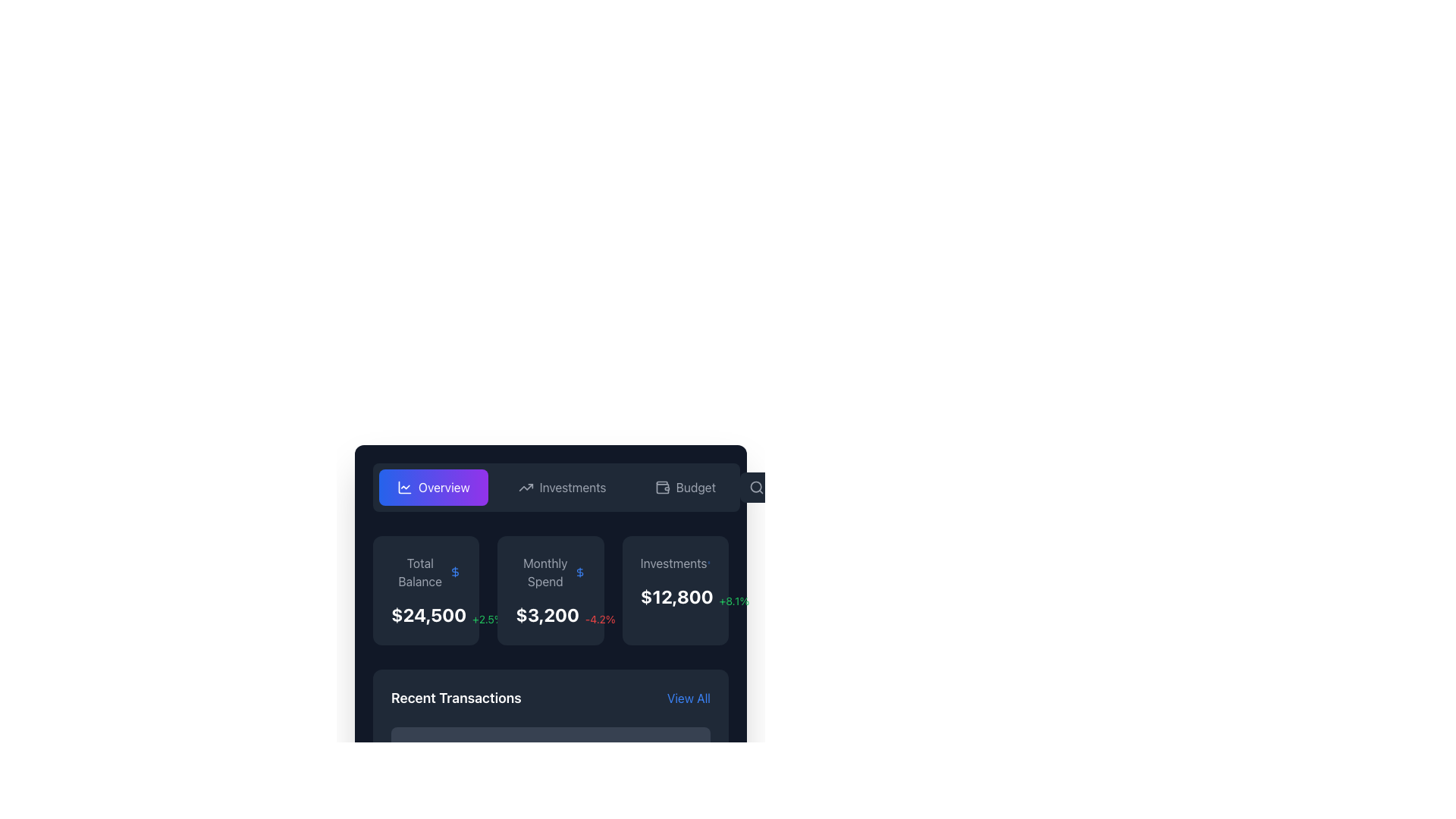 The width and height of the screenshot is (1456, 819). I want to click on the upper structure of the wallet icon, which is a decorative part of the wallet icon in the navigation bar, located near the upper-right corner of the interface, so click(662, 485).